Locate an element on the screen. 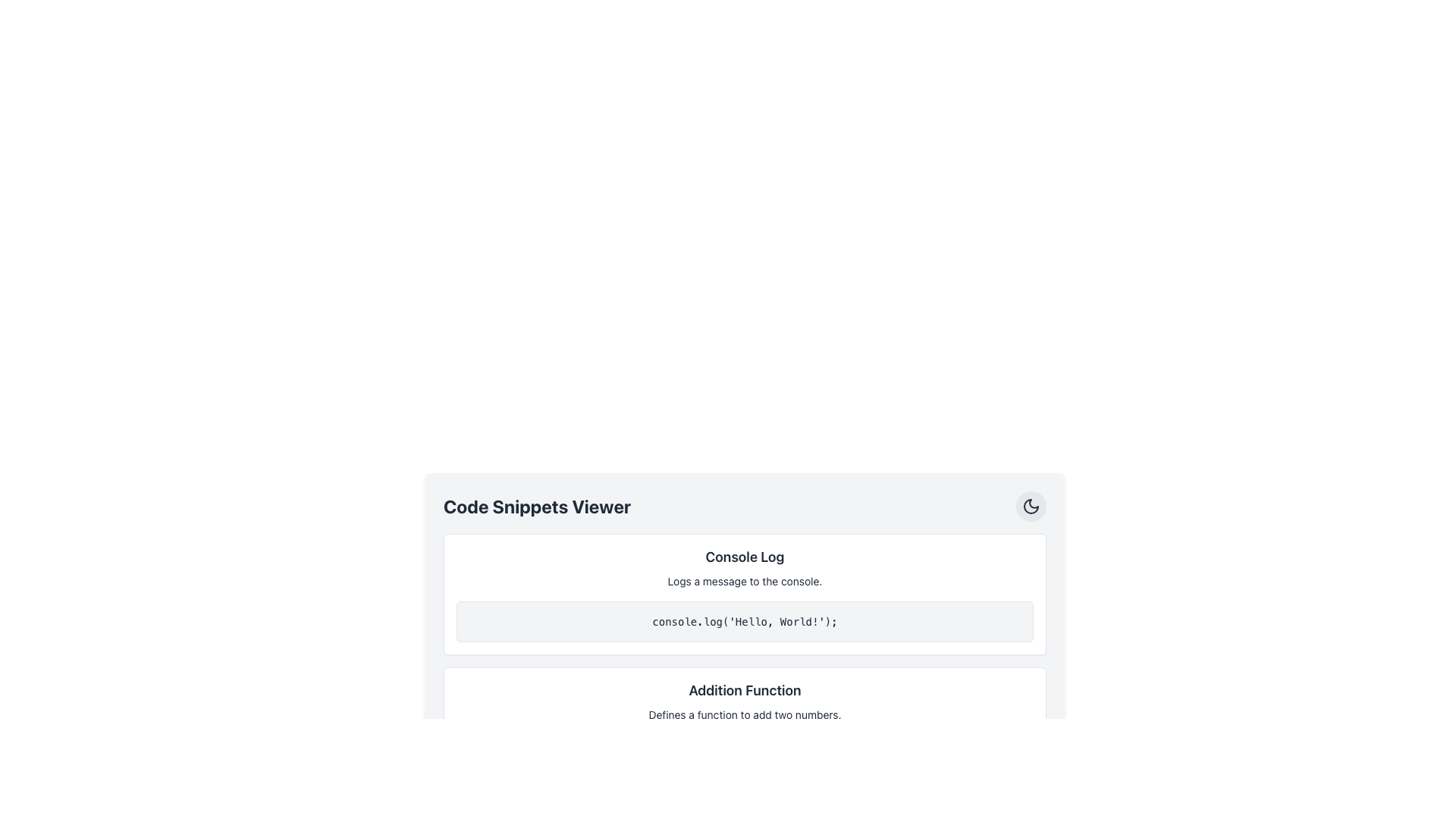  the circular button with a crescent moon icon, located on the far right side of the header area is located at coordinates (1031, 506).